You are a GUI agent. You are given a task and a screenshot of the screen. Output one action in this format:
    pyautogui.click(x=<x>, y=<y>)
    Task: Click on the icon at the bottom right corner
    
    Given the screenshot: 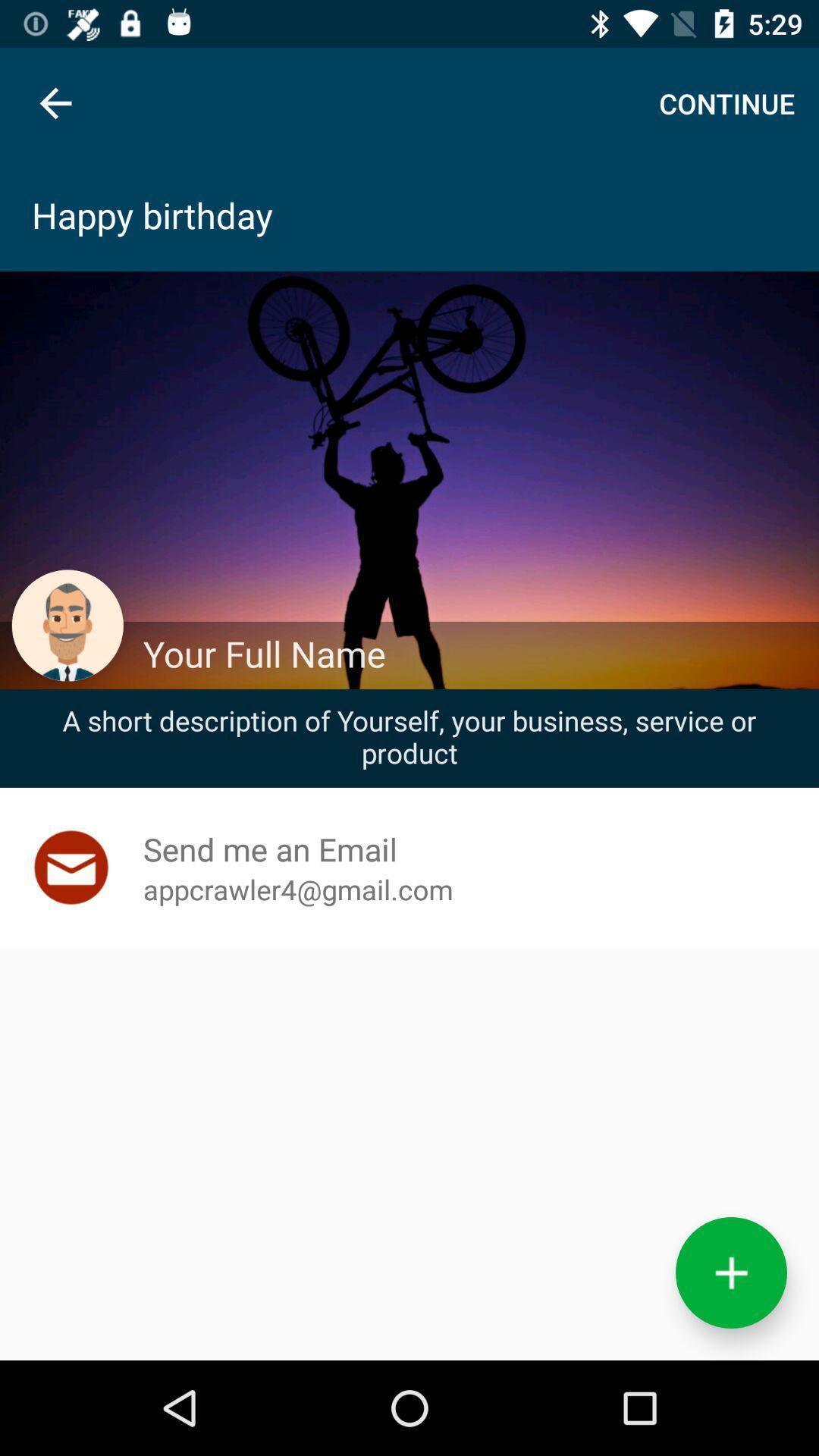 What is the action you would take?
    pyautogui.click(x=730, y=1272)
    